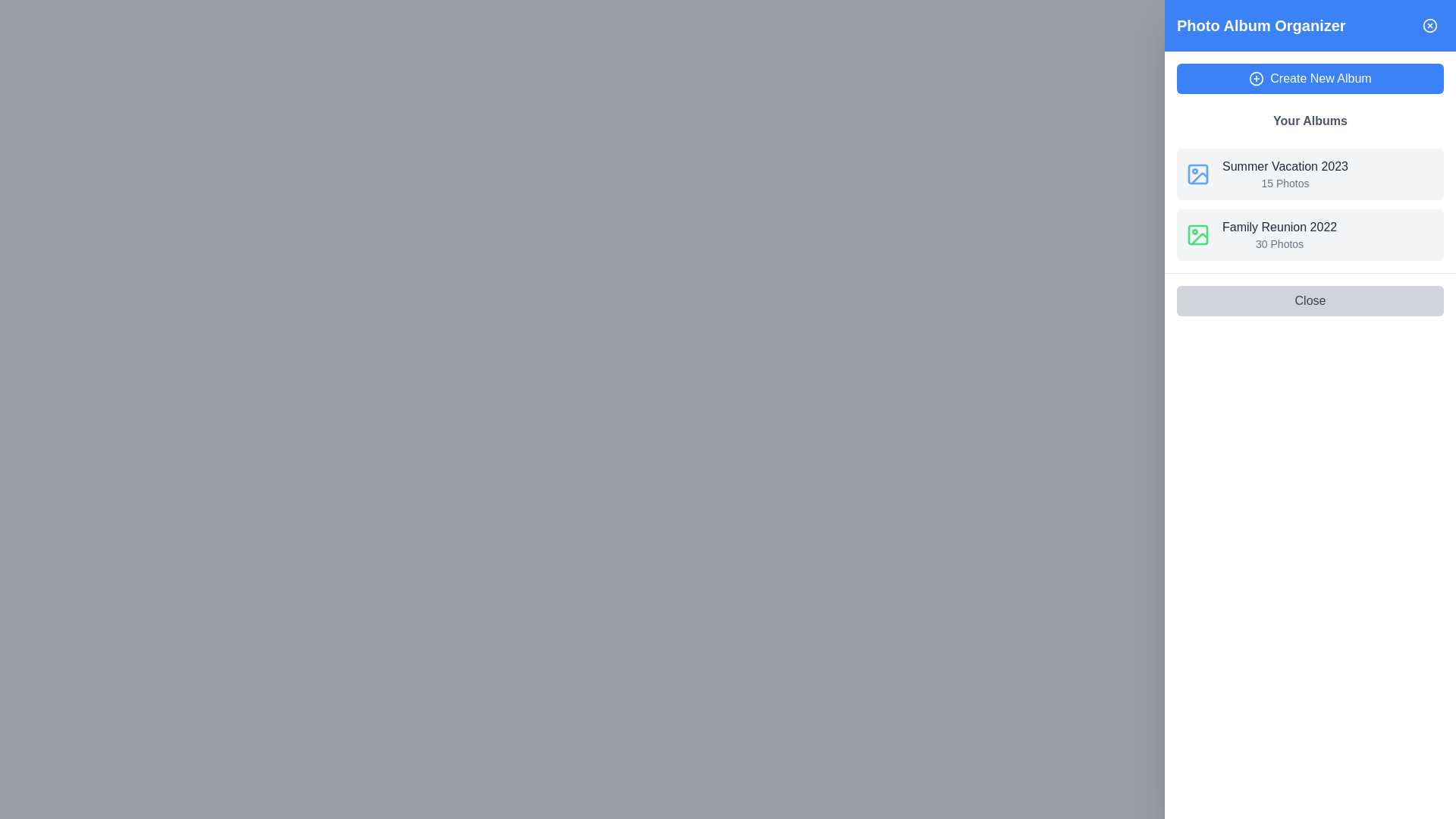  What do you see at coordinates (1257, 79) in the screenshot?
I see `the circular icon with a plus sign, located to the left of the 'Create New Album' button in the sidebar` at bounding box center [1257, 79].